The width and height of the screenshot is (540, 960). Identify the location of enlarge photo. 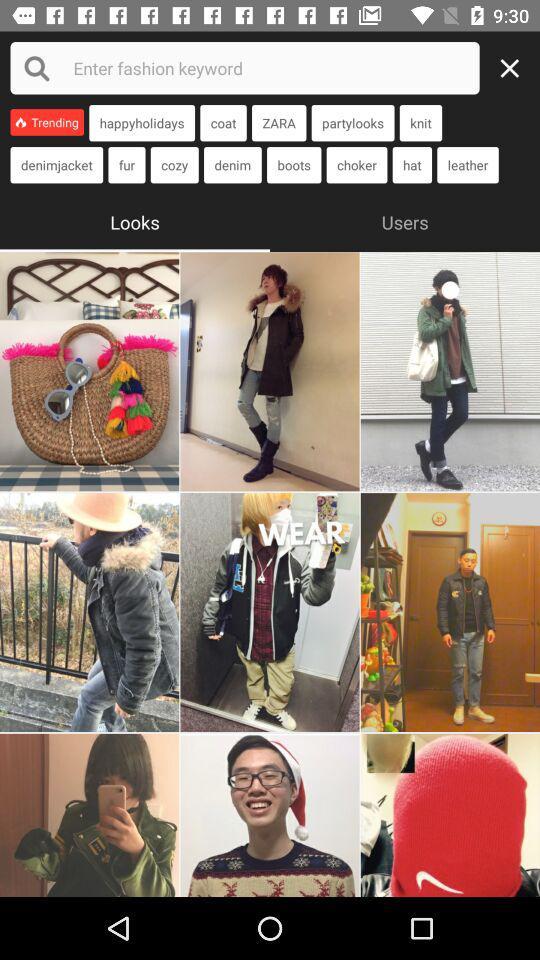
(450, 370).